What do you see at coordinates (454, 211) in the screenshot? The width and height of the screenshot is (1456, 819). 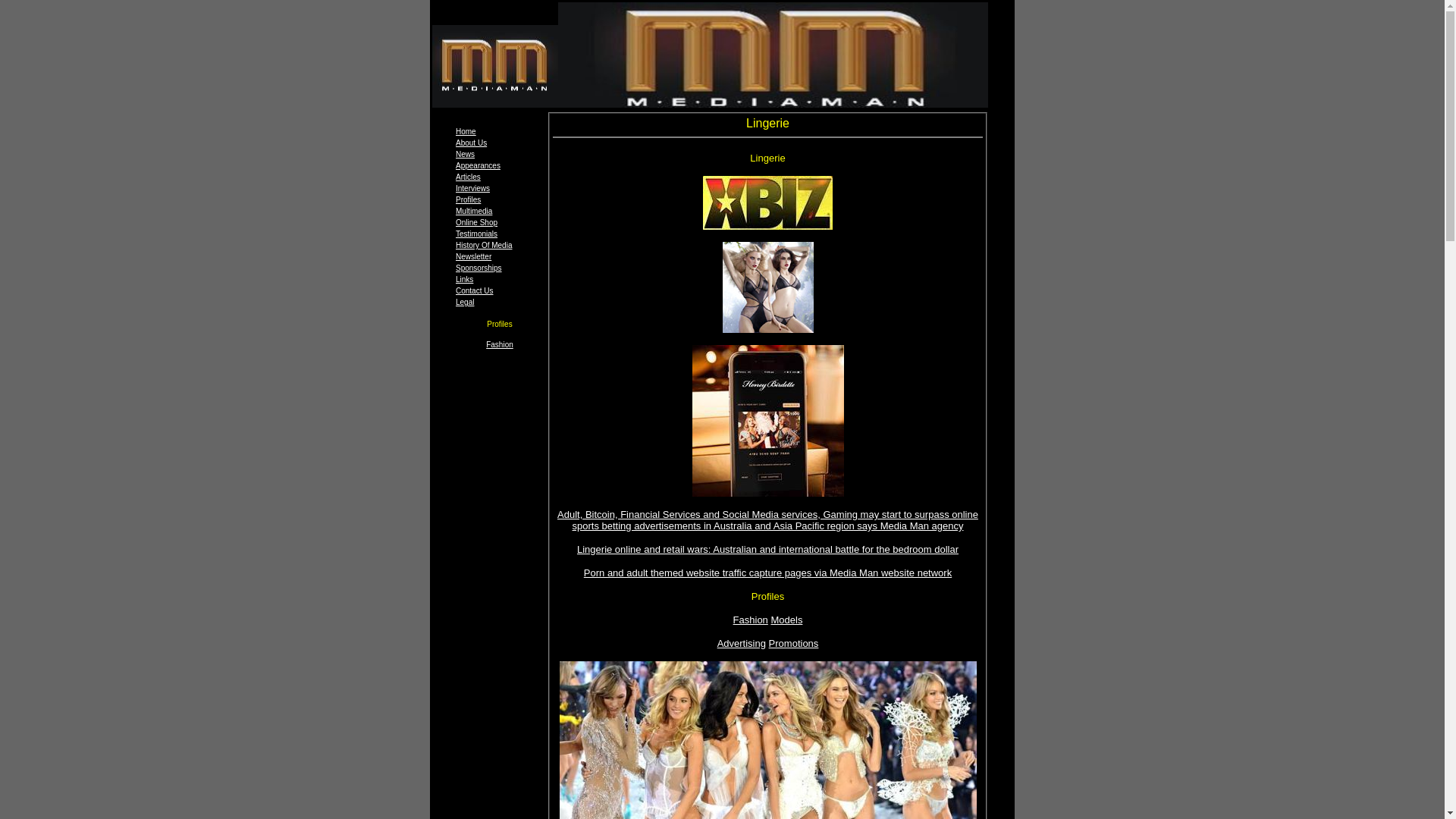 I see `'Multimedia'` at bounding box center [454, 211].